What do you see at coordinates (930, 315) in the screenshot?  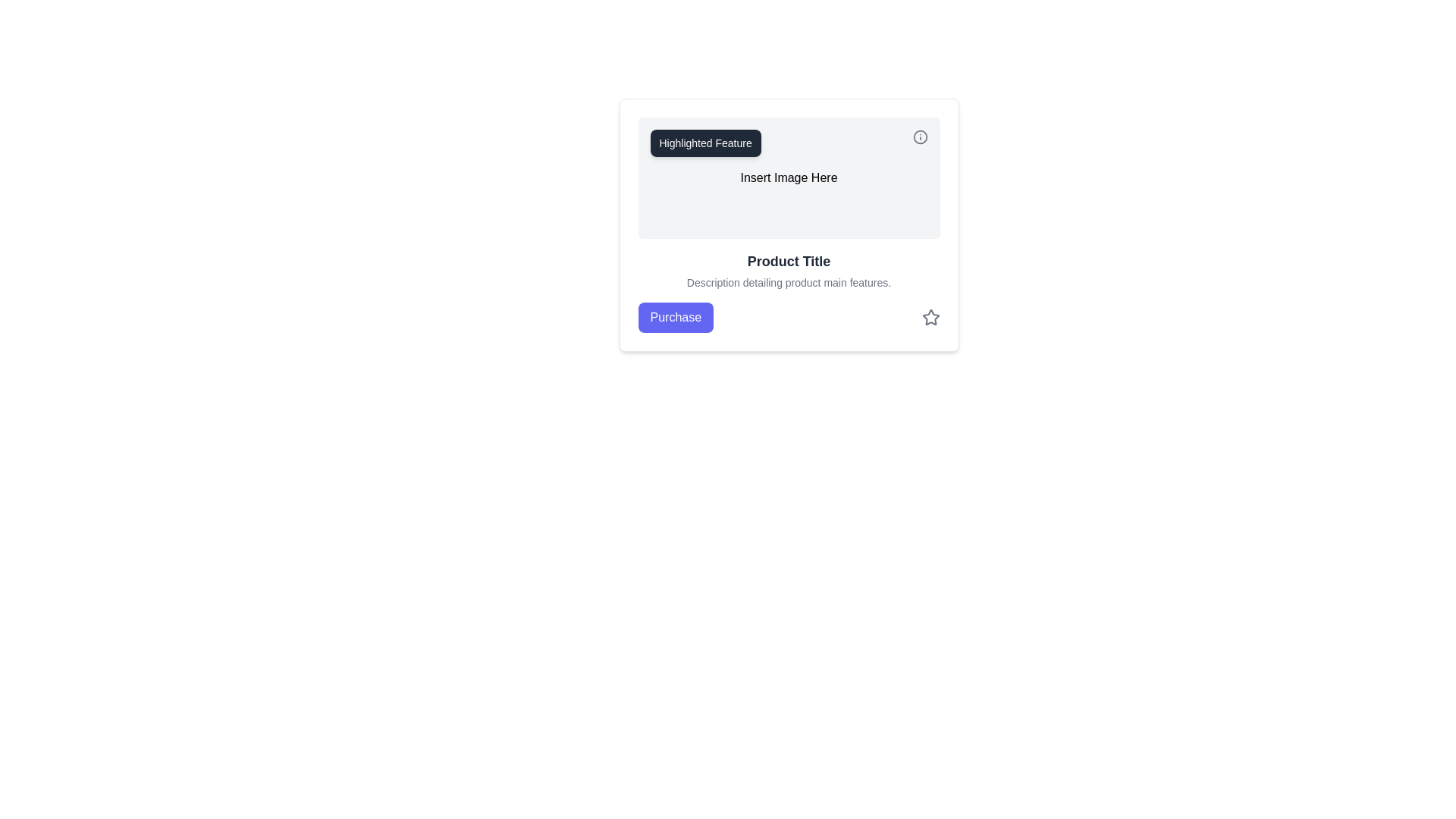 I see `the star icon located at the bottom-right of the card, adjacent to the 'Purchase' button, which serves as a rating functionality icon` at bounding box center [930, 315].